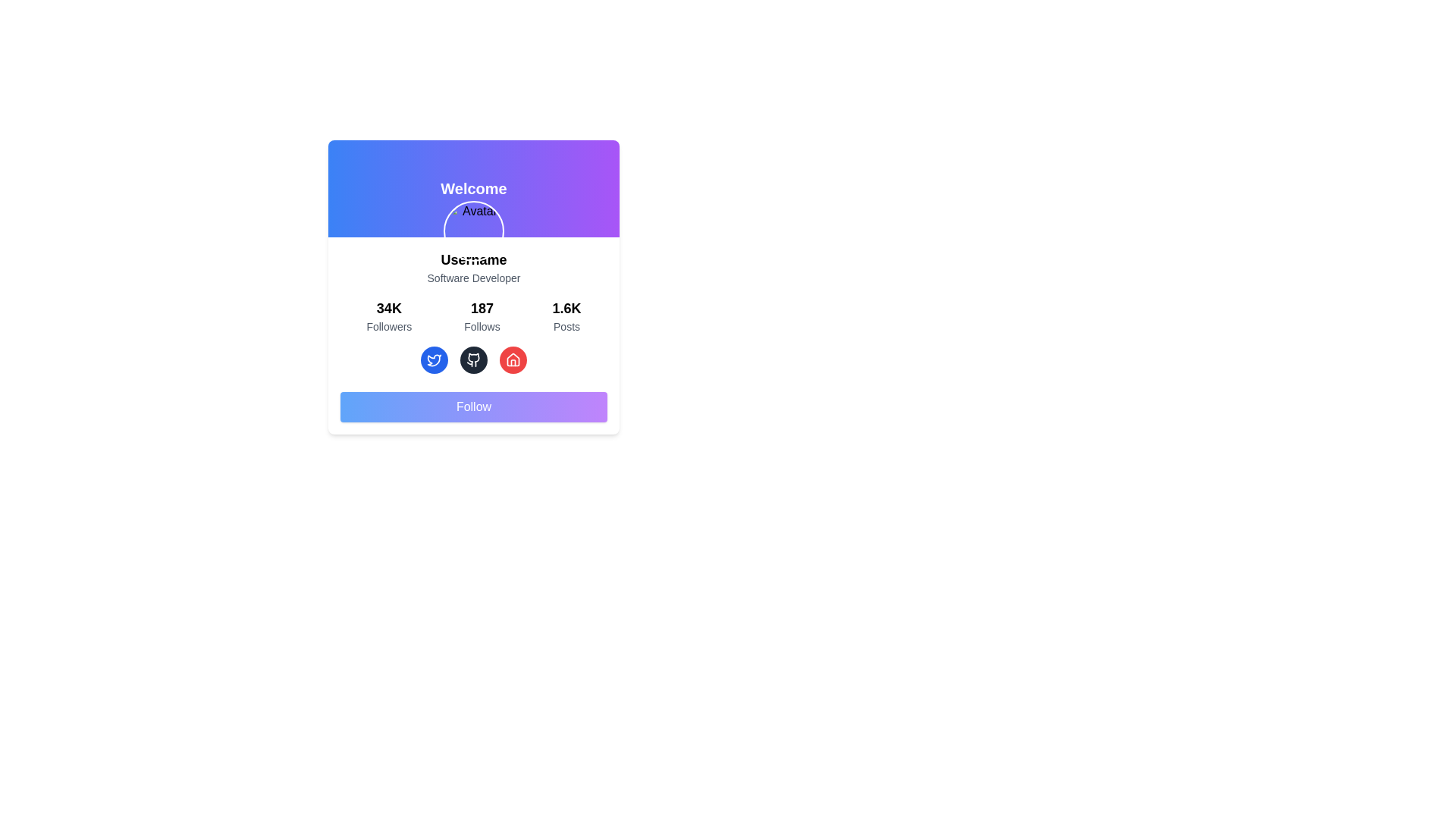 This screenshot has width=1456, height=819. What do you see at coordinates (566, 326) in the screenshot?
I see `the text label that describes the numerical value pertaining to 'Posts', located below the number '1.6K'` at bounding box center [566, 326].